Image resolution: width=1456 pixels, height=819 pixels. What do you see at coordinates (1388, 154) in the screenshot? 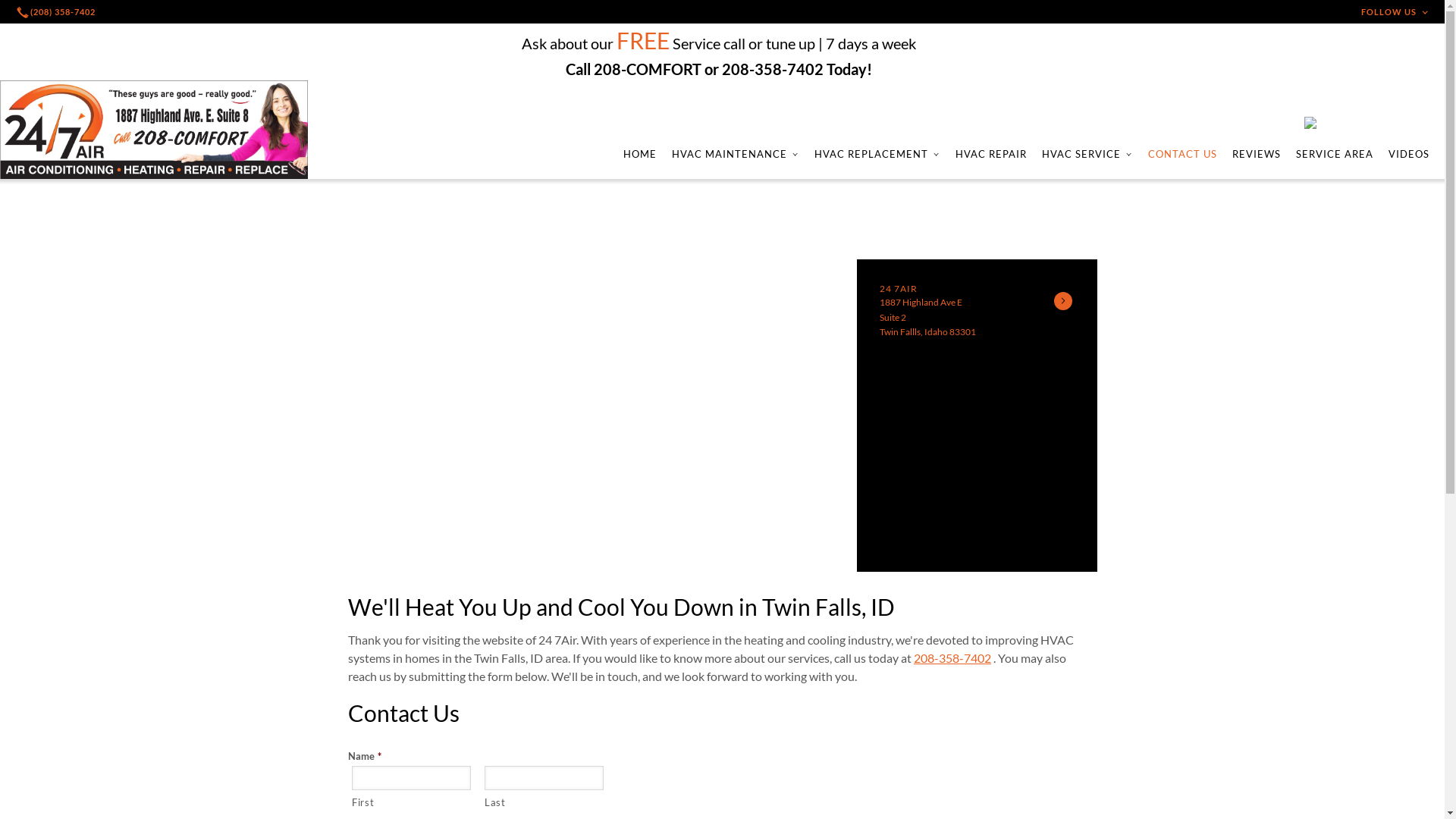
I see `'VIDEOS'` at bounding box center [1388, 154].